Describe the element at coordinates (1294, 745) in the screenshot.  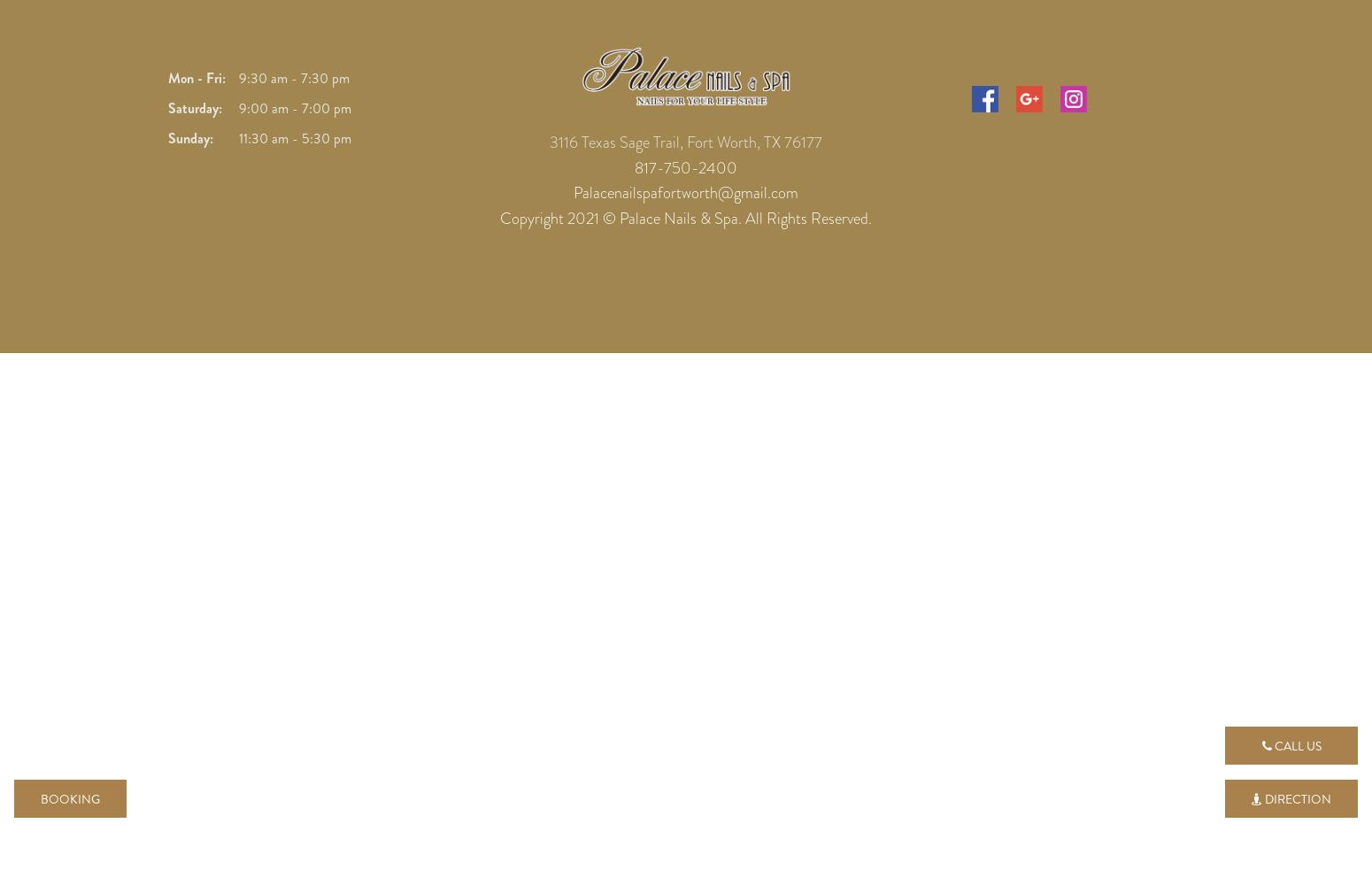
I see `'Call us'` at that location.